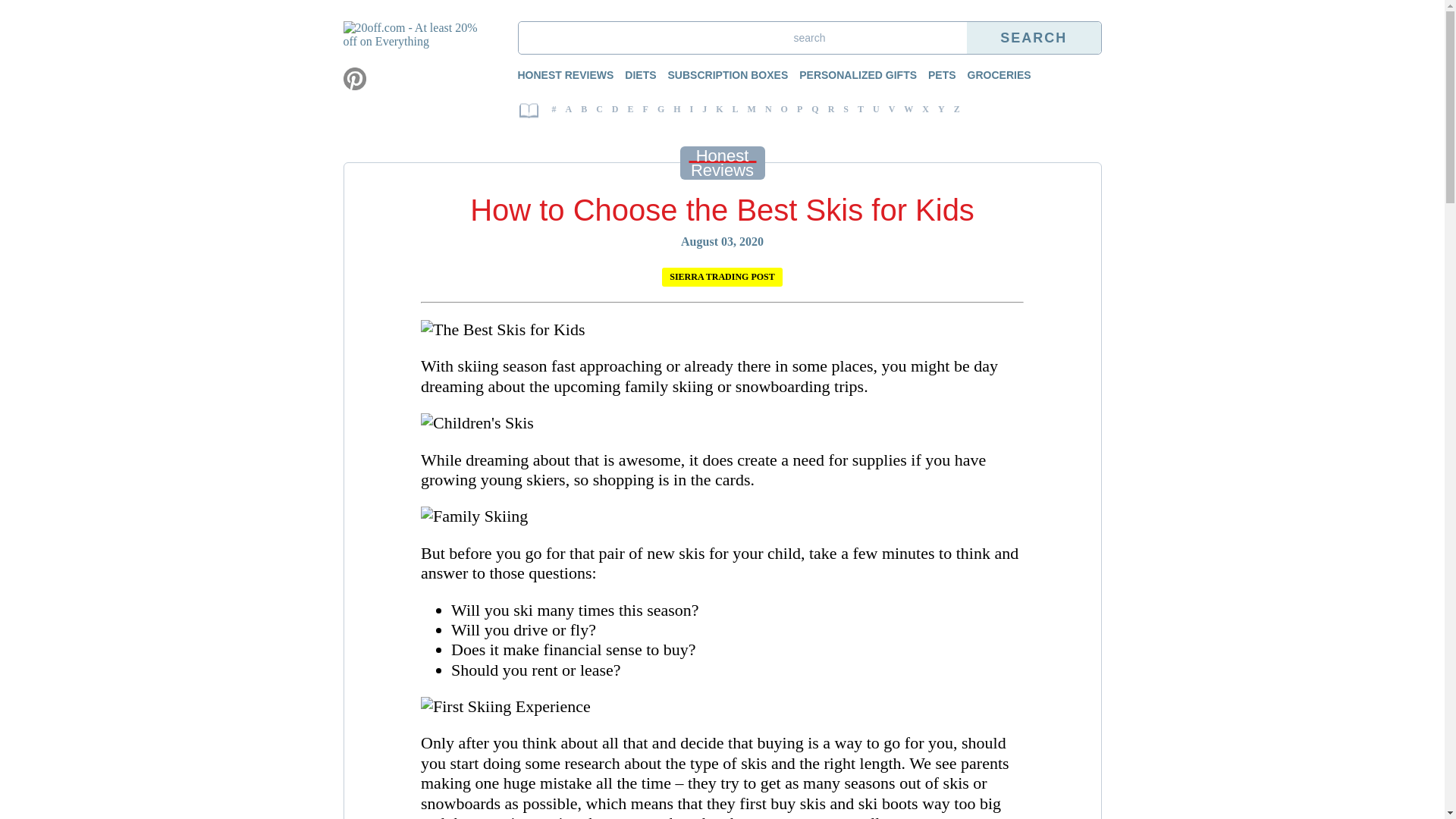 Image resolution: width=1456 pixels, height=819 pixels. I want to click on 'L', so click(728, 108).